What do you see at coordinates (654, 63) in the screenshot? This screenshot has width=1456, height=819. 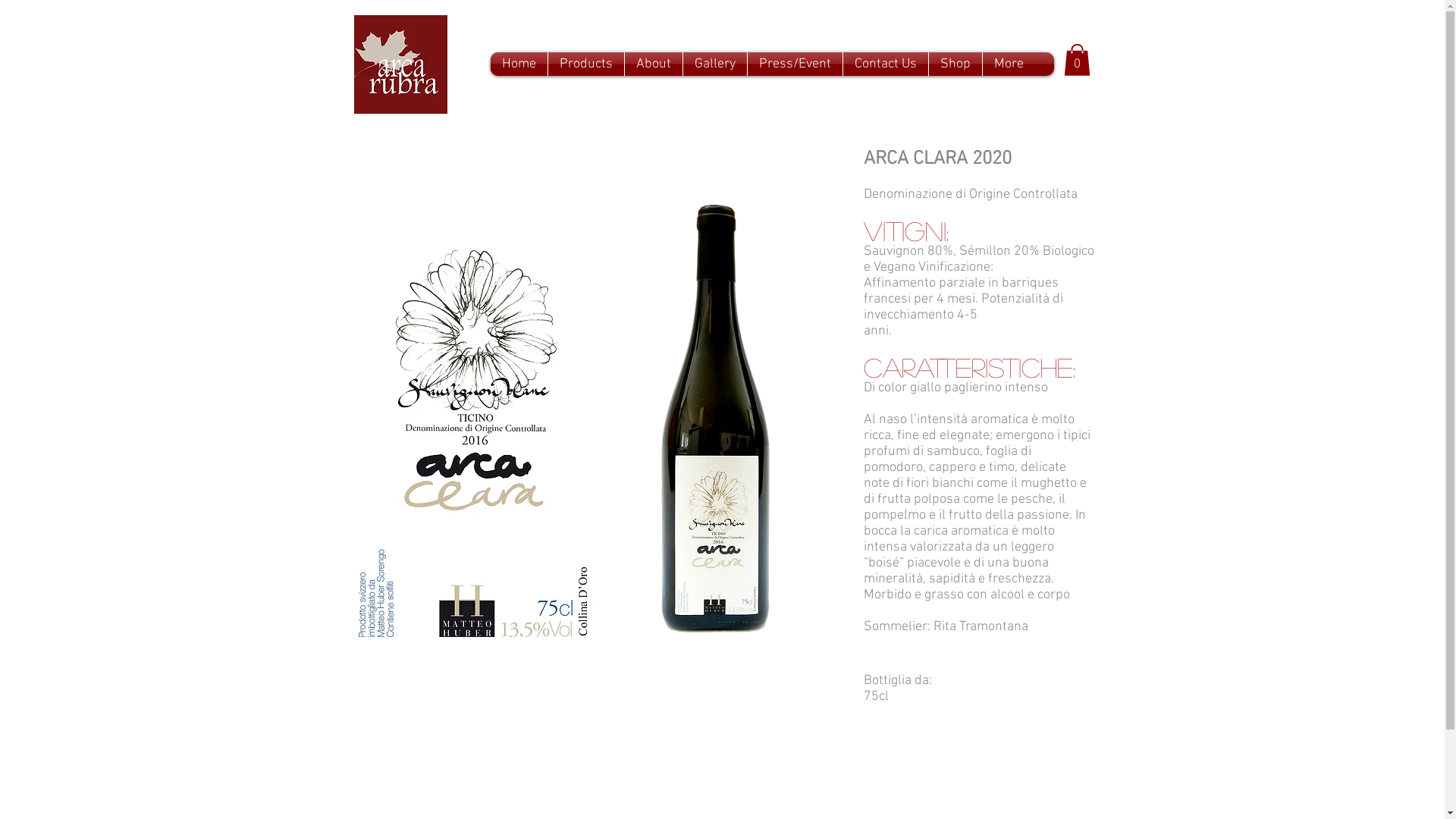 I see `'About'` at bounding box center [654, 63].